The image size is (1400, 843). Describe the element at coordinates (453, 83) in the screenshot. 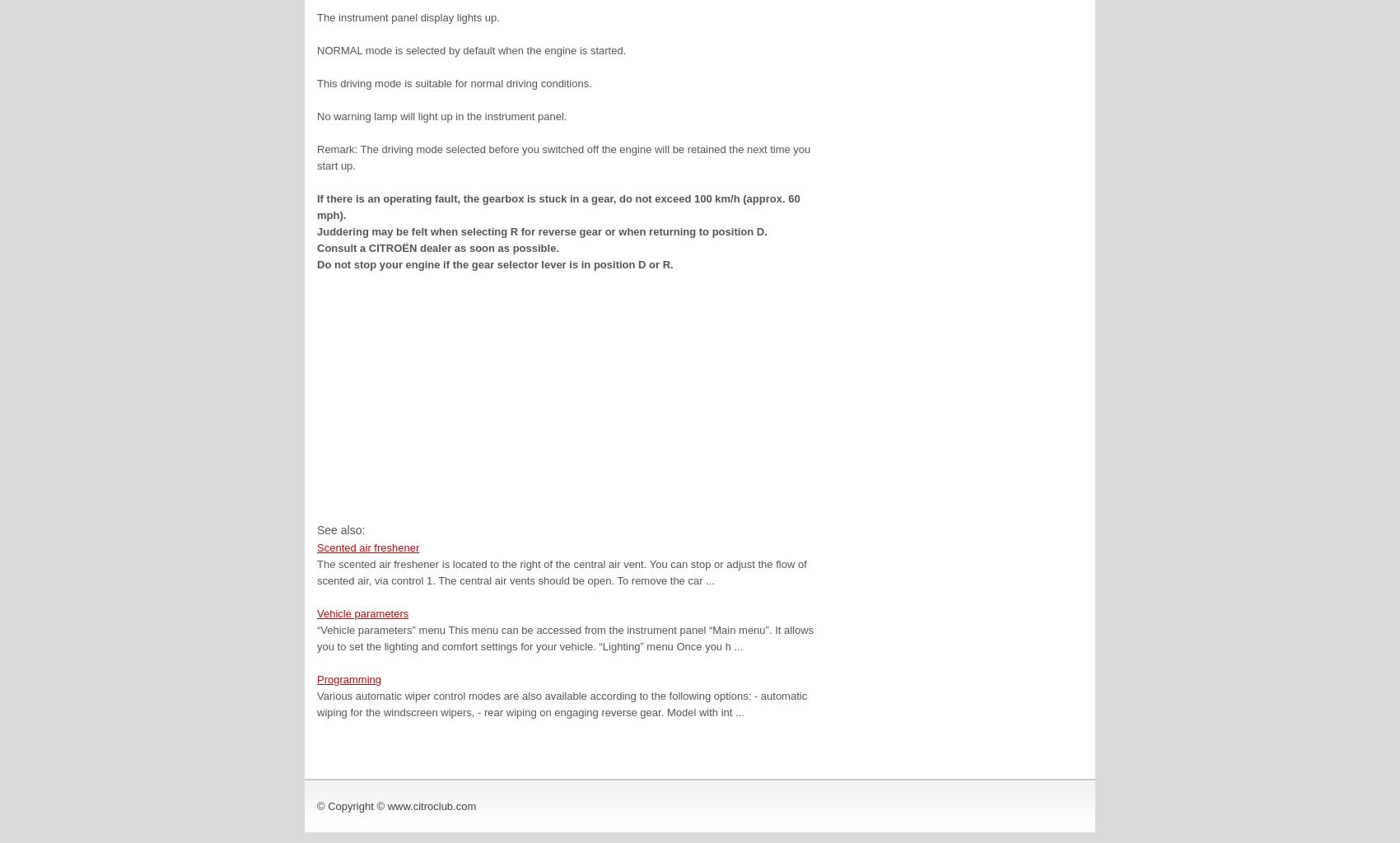

I see `'This driving mode is suitable for normal driving conditions.'` at that location.